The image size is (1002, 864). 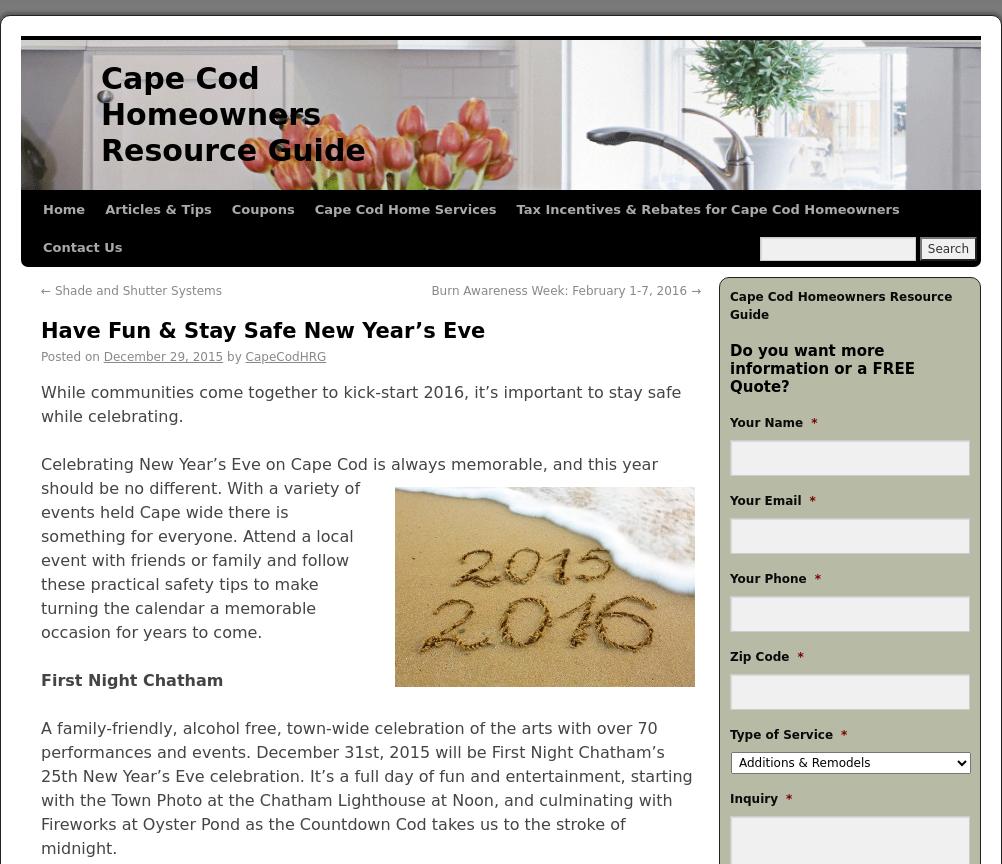 What do you see at coordinates (70, 356) in the screenshot?
I see `'Posted on'` at bounding box center [70, 356].